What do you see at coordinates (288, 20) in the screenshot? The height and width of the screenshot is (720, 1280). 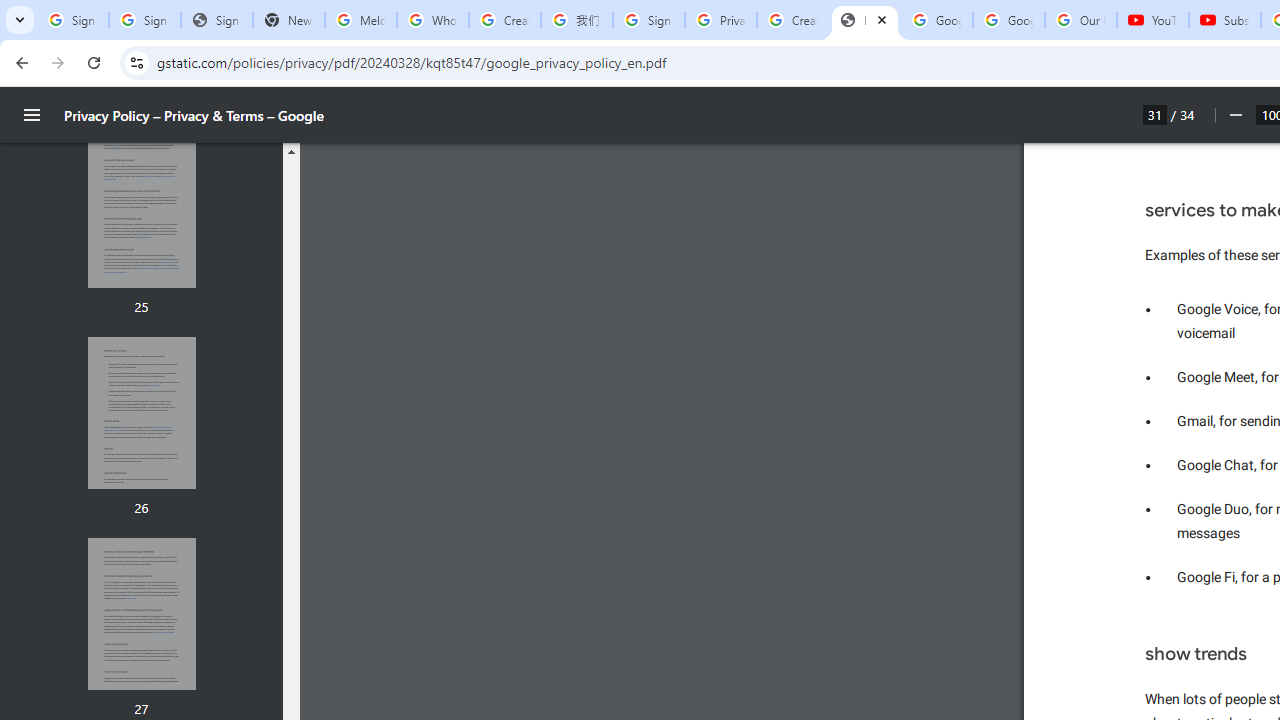 I see `'New Tab'` at bounding box center [288, 20].